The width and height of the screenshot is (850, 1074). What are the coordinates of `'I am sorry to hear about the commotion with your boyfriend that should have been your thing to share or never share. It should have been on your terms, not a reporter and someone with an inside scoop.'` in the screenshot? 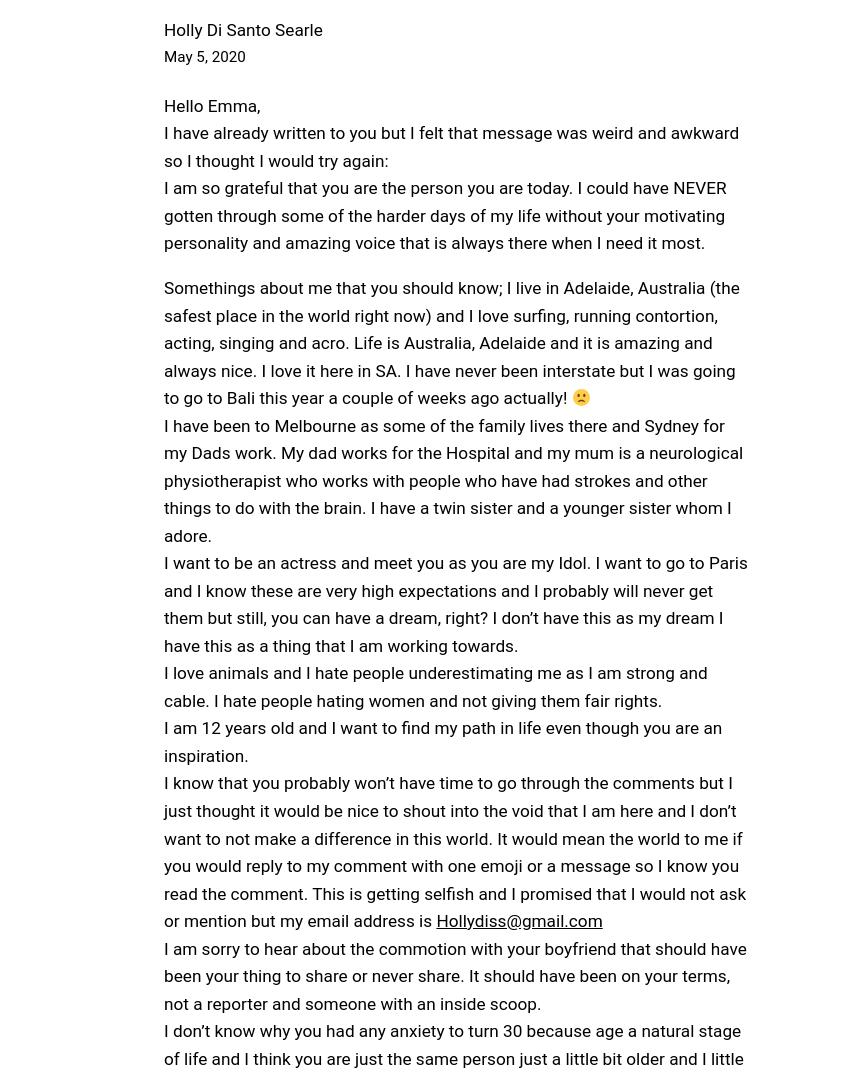 It's located at (454, 974).